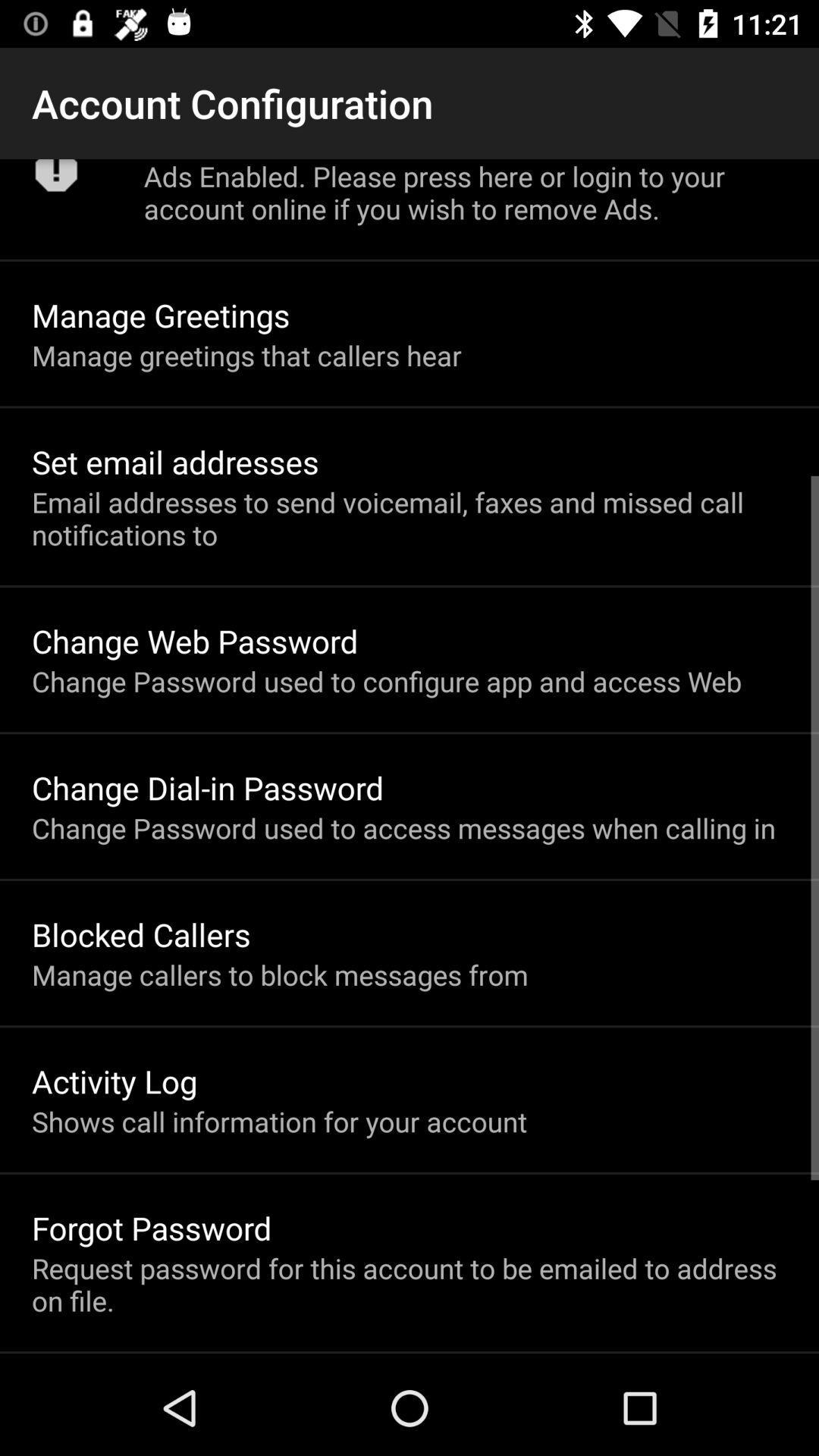  What do you see at coordinates (409, 1283) in the screenshot?
I see `the item below forgot password` at bounding box center [409, 1283].